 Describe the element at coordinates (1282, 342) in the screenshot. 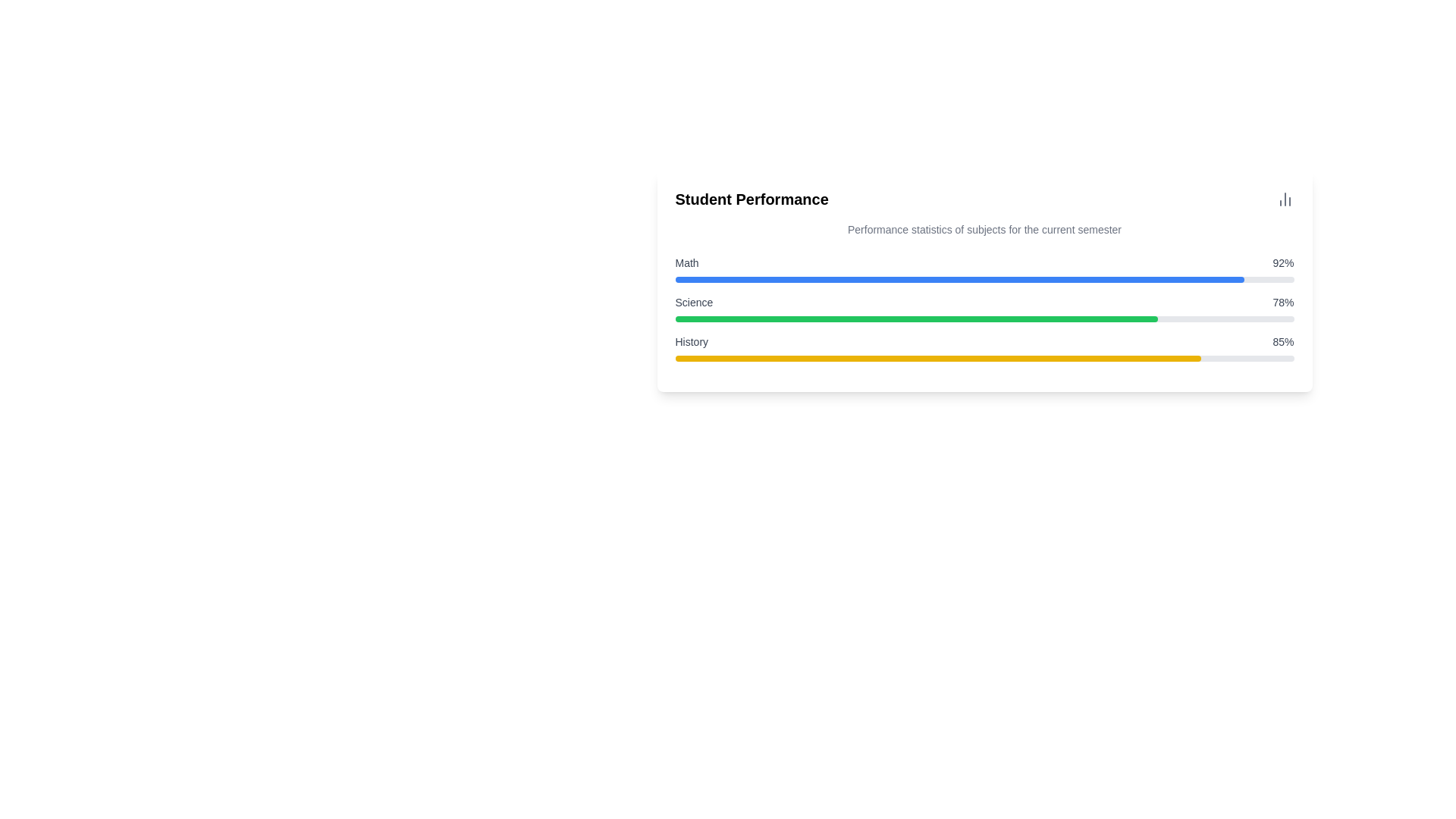

I see `displayed numerical percentage value from the text label located to the right of the yellow progress bar in the 'History' section of performance indicators` at that location.